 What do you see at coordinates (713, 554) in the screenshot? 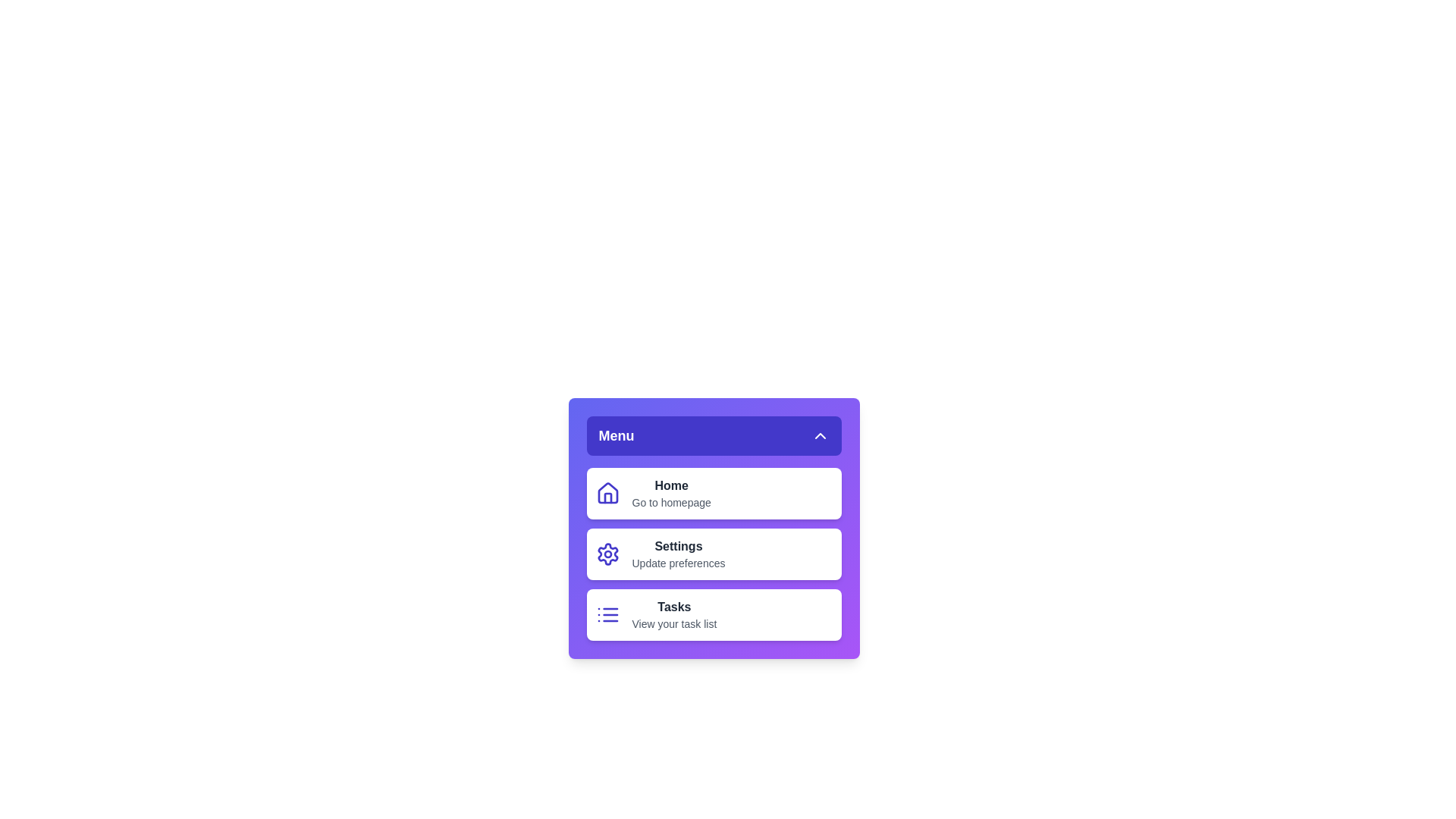
I see `the 'Settings' menu item to select it` at bounding box center [713, 554].